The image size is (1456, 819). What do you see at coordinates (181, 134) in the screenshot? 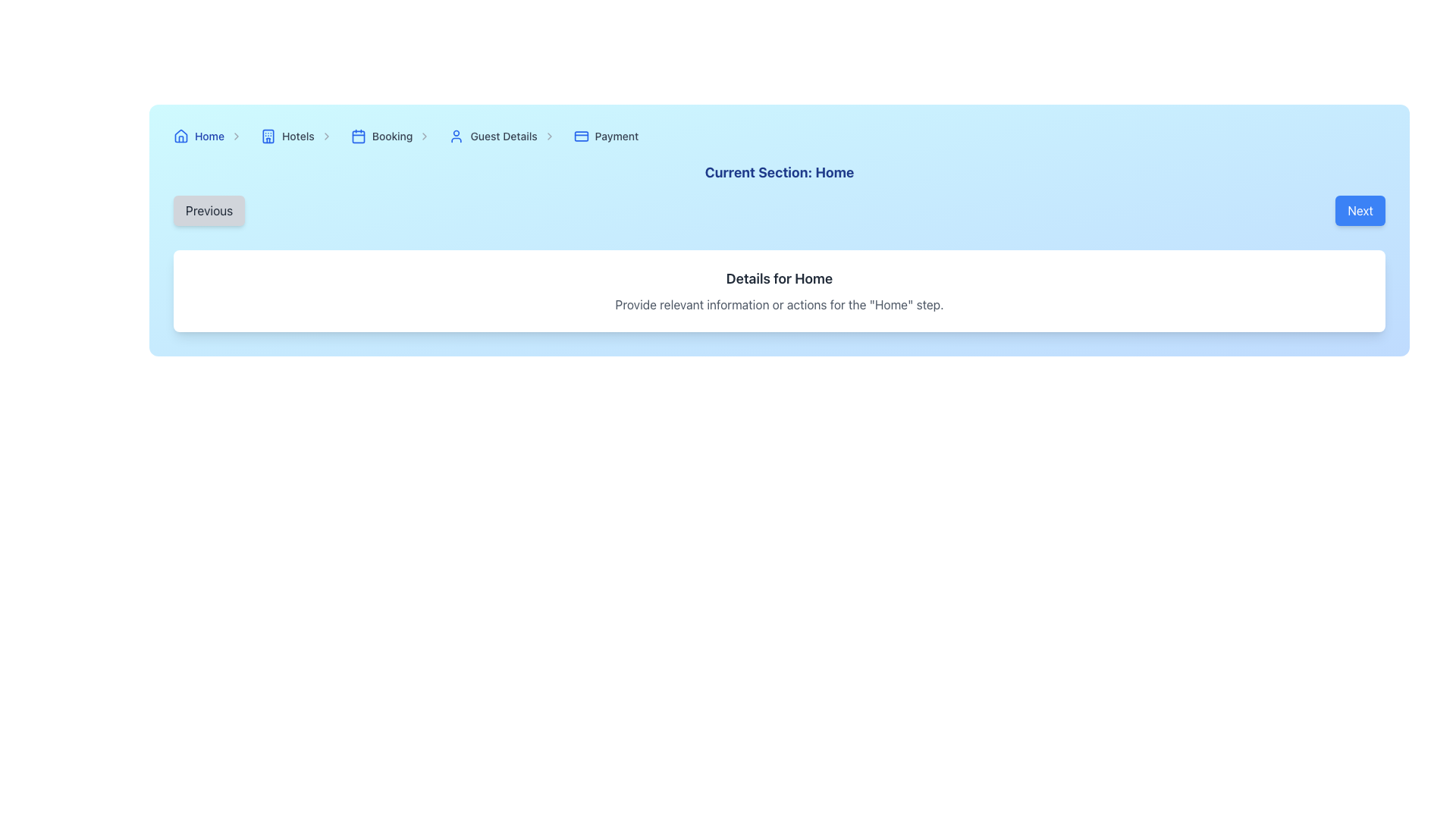
I see `the house icon in the breadcrumb navigation bar` at bounding box center [181, 134].